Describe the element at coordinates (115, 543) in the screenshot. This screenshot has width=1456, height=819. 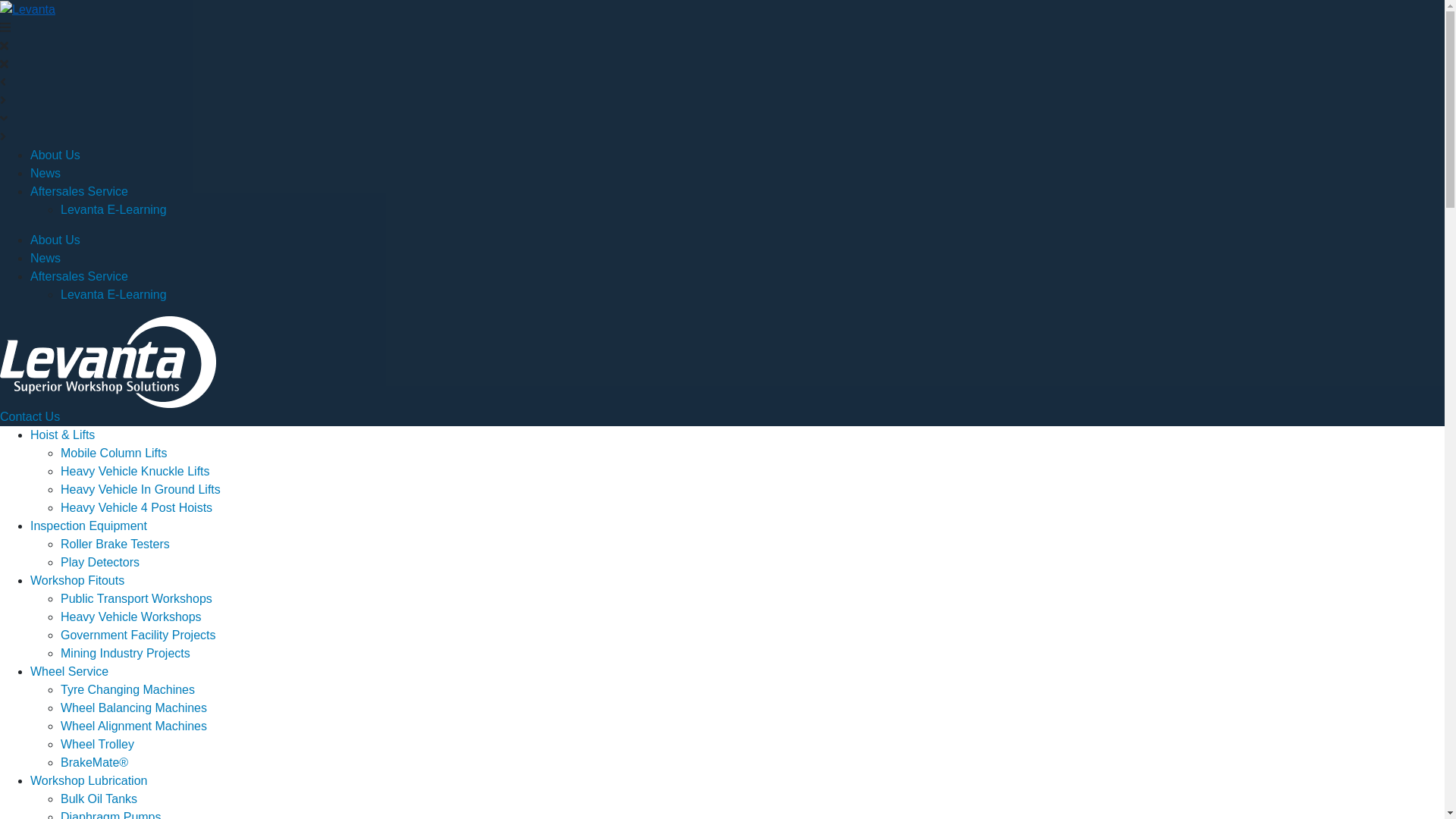
I see `'Roller Brake Testers'` at that location.